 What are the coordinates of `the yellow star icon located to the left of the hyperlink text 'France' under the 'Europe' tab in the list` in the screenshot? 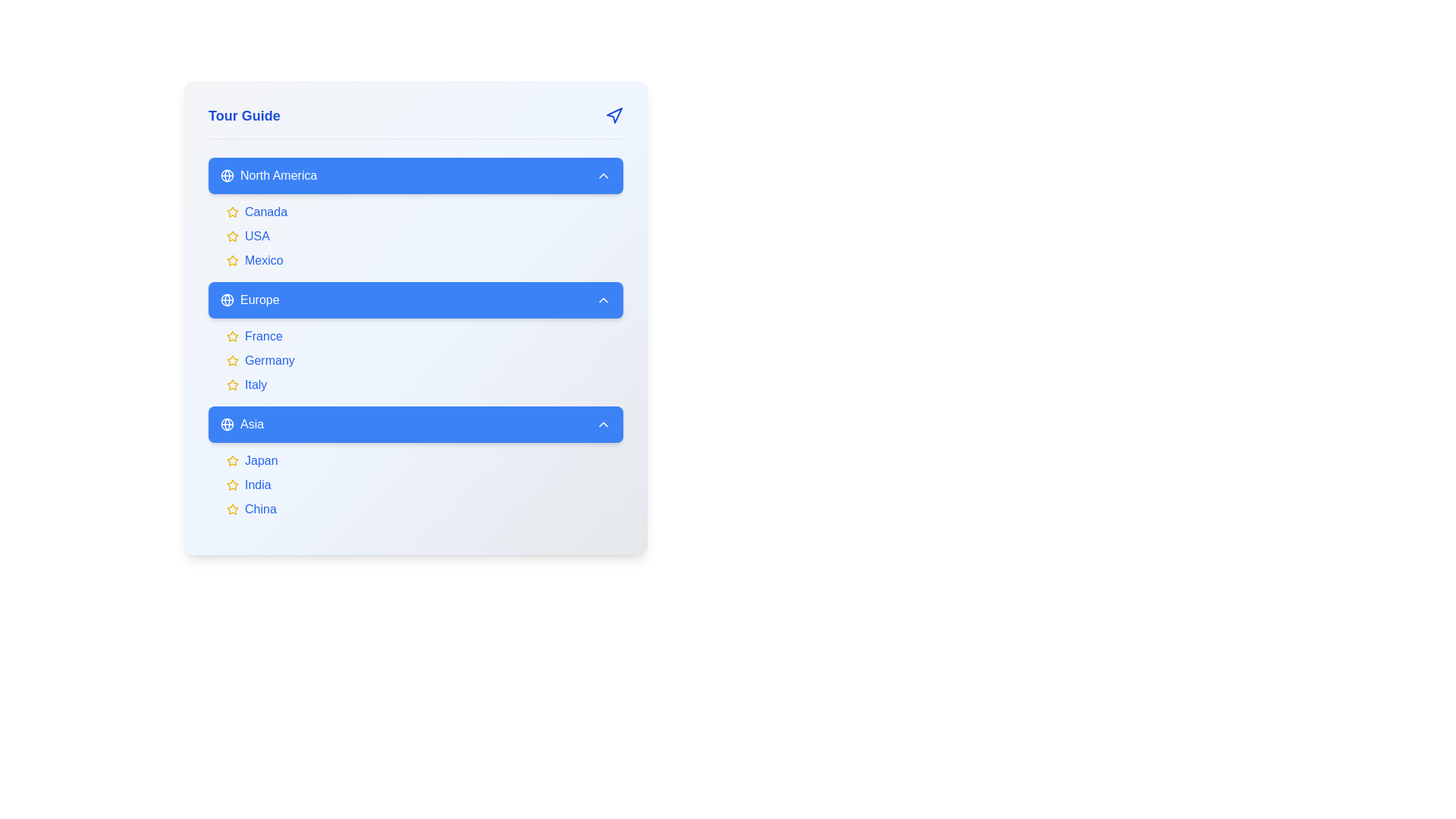 It's located at (425, 335).